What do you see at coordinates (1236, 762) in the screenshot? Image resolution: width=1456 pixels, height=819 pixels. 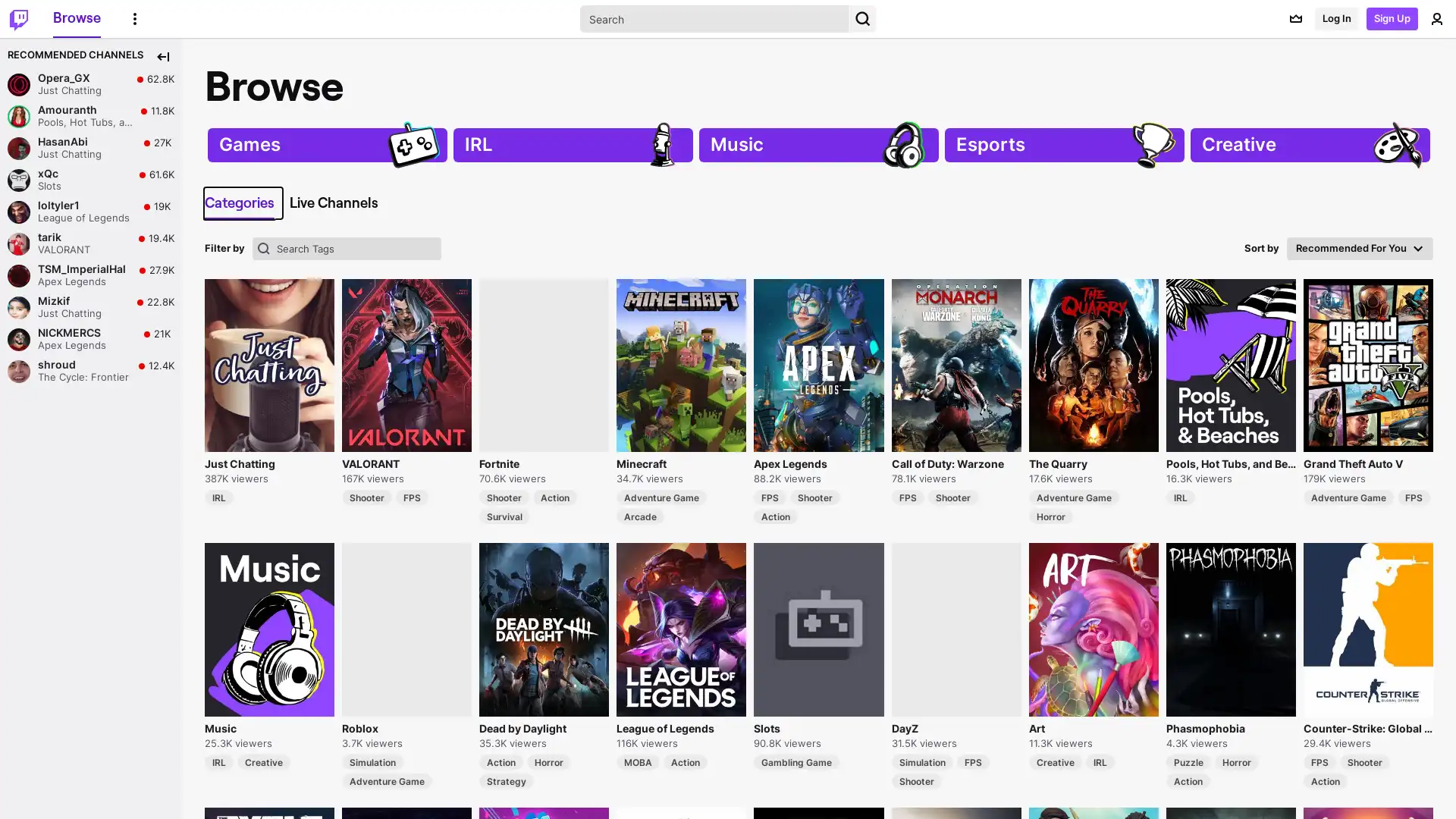 I see `Horror` at bounding box center [1236, 762].